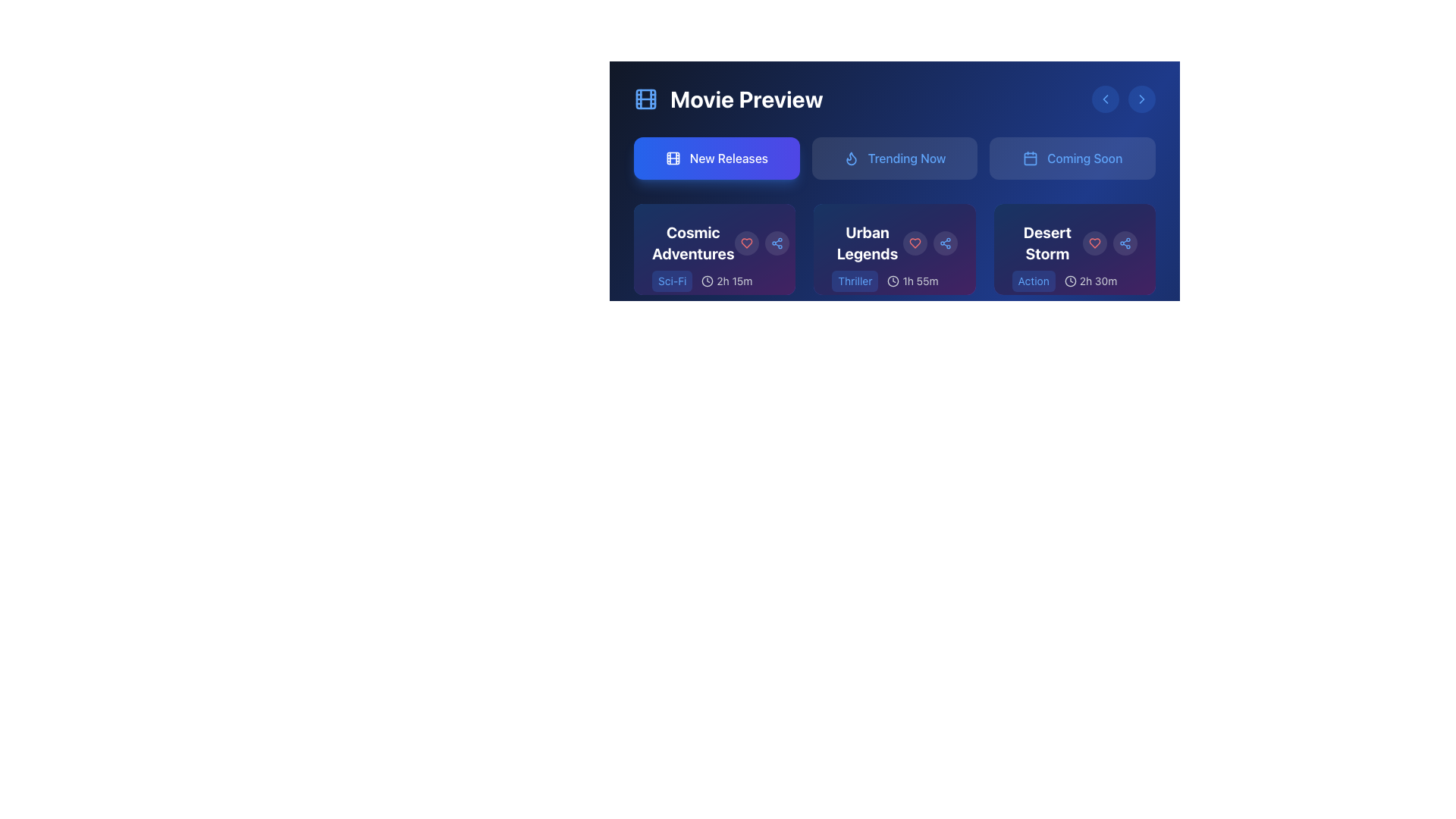 The image size is (1456, 819). What do you see at coordinates (1030, 158) in the screenshot?
I see `the blue calendar icon located within the 'Coming Soon' button, which is the third button in the navigation bar` at bounding box center [1030, 158].